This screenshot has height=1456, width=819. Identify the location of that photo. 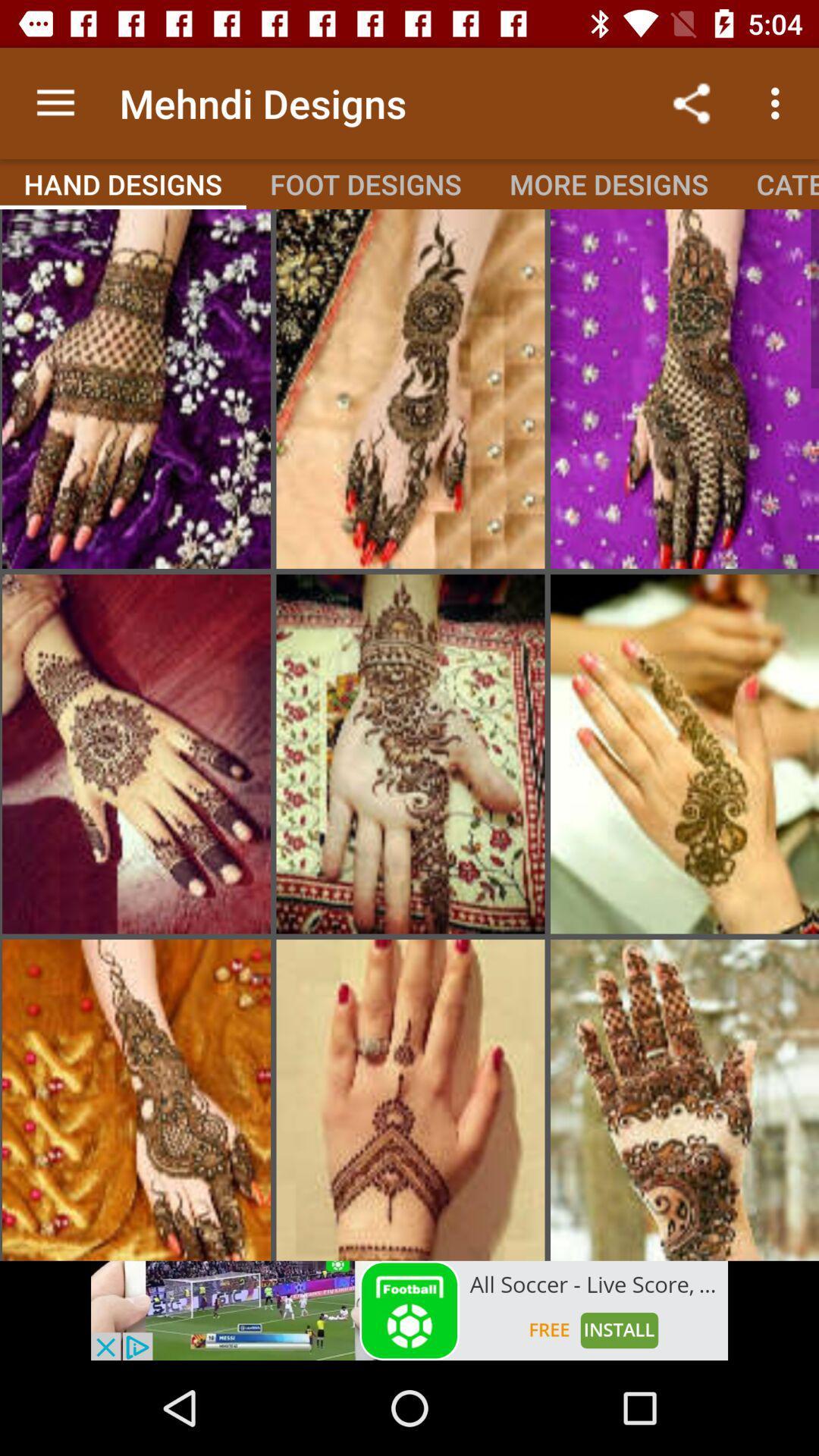
(684, 754).